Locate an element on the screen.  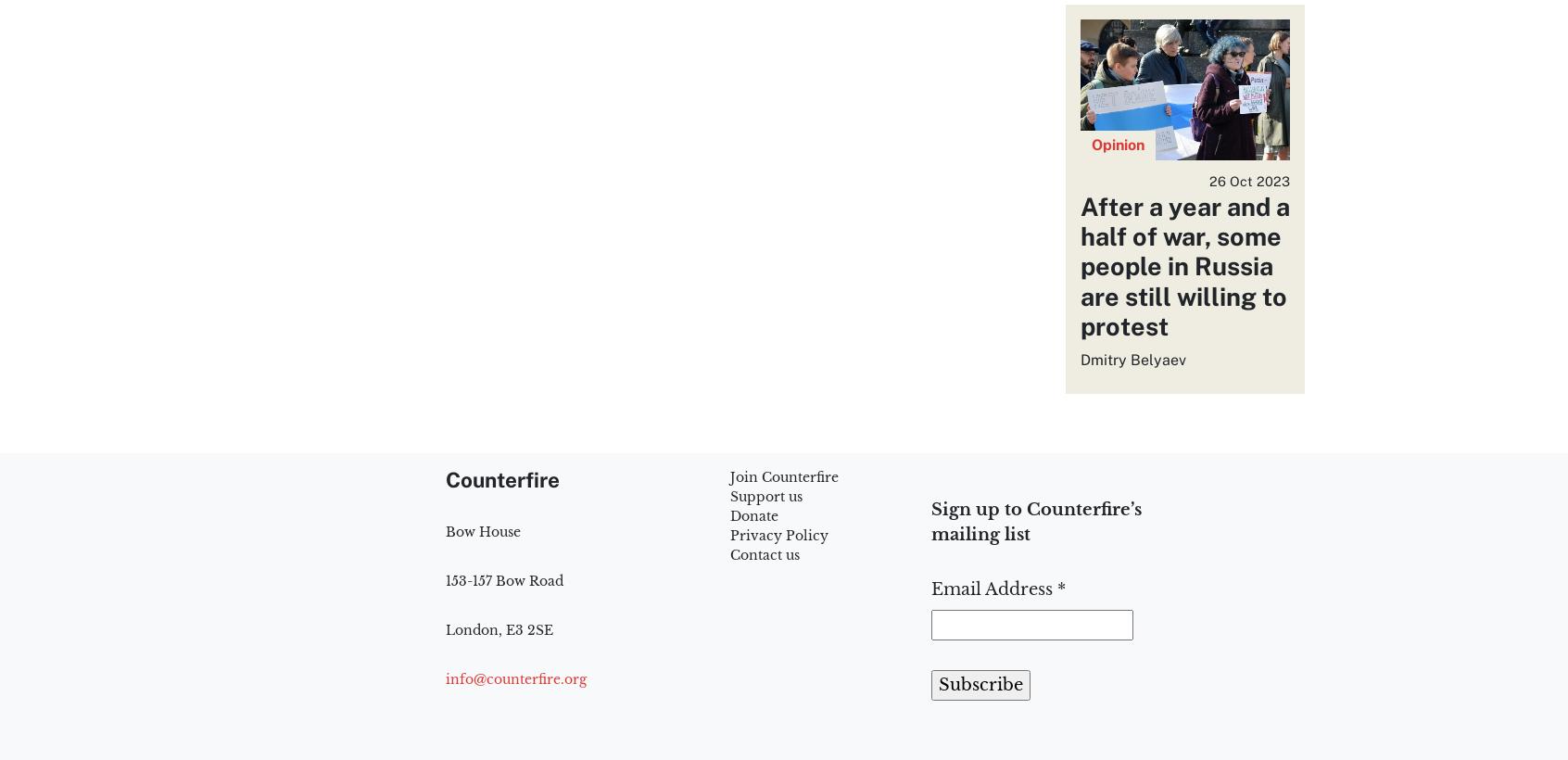
'Donate' is located at coordinates (753, 513).